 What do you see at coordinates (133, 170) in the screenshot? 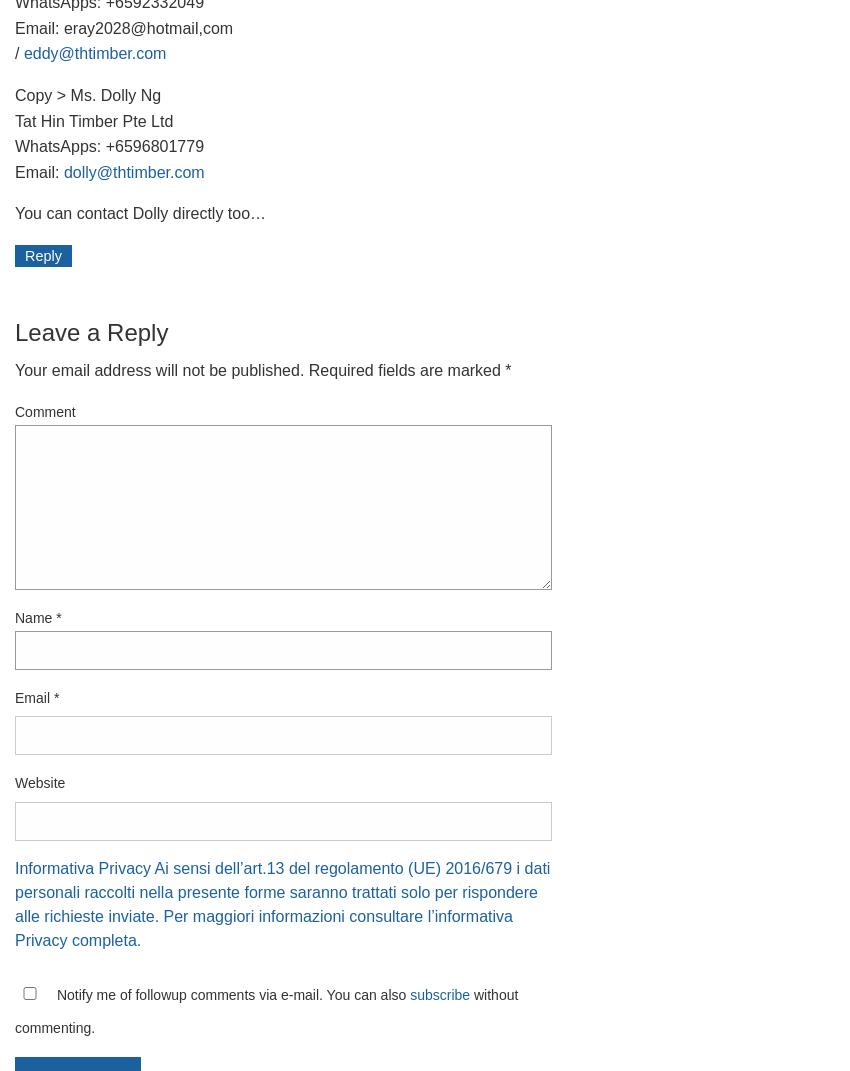
I see `'dolly@thtimber.com'` at bounding box center [133, 170].